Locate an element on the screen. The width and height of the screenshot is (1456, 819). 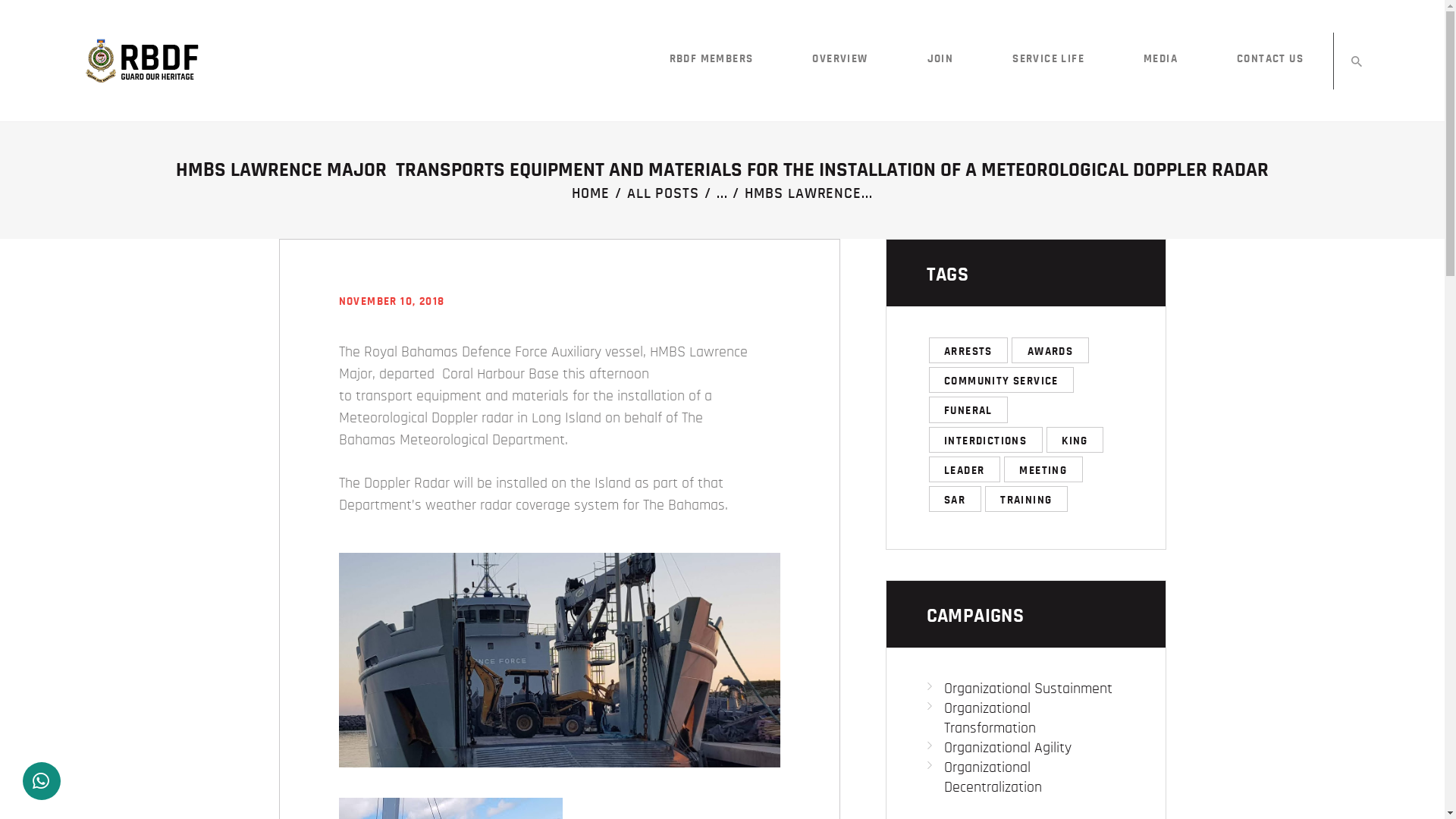
'COMMUNITY SERVICE' is located at coordinates (1001, 379).